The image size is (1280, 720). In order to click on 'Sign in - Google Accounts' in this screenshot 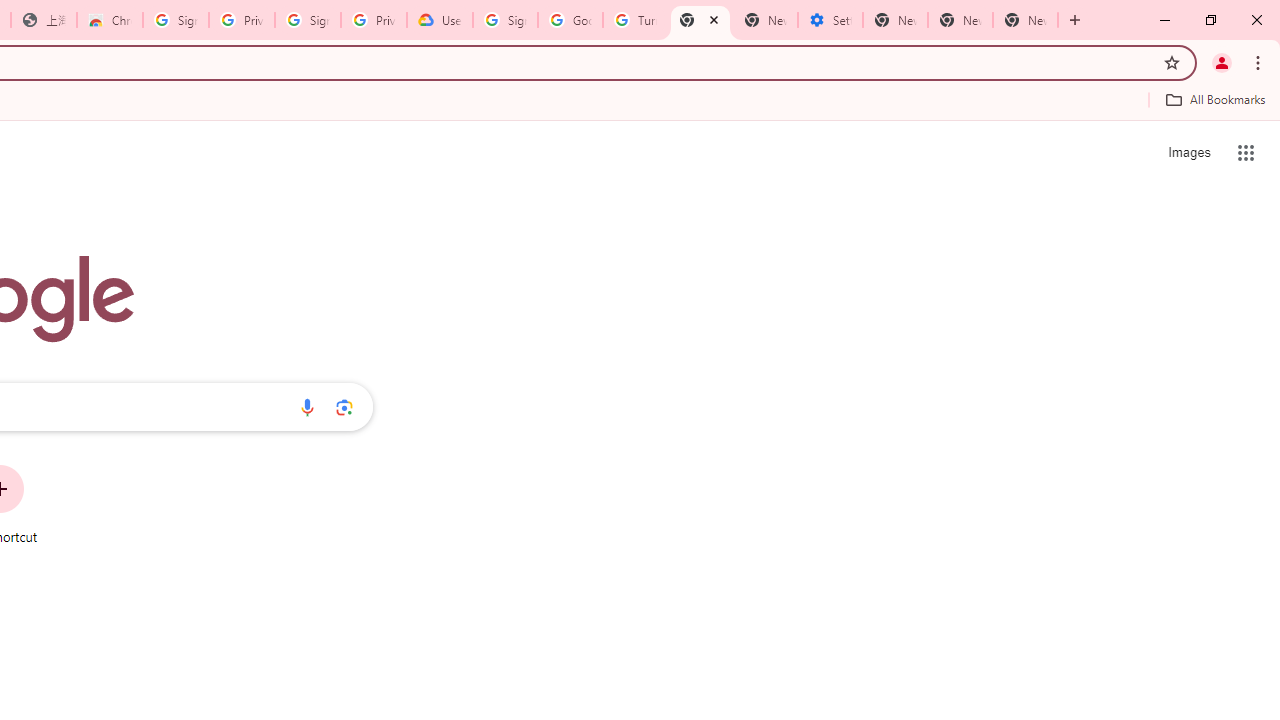, I will do `click(176, 20)`.